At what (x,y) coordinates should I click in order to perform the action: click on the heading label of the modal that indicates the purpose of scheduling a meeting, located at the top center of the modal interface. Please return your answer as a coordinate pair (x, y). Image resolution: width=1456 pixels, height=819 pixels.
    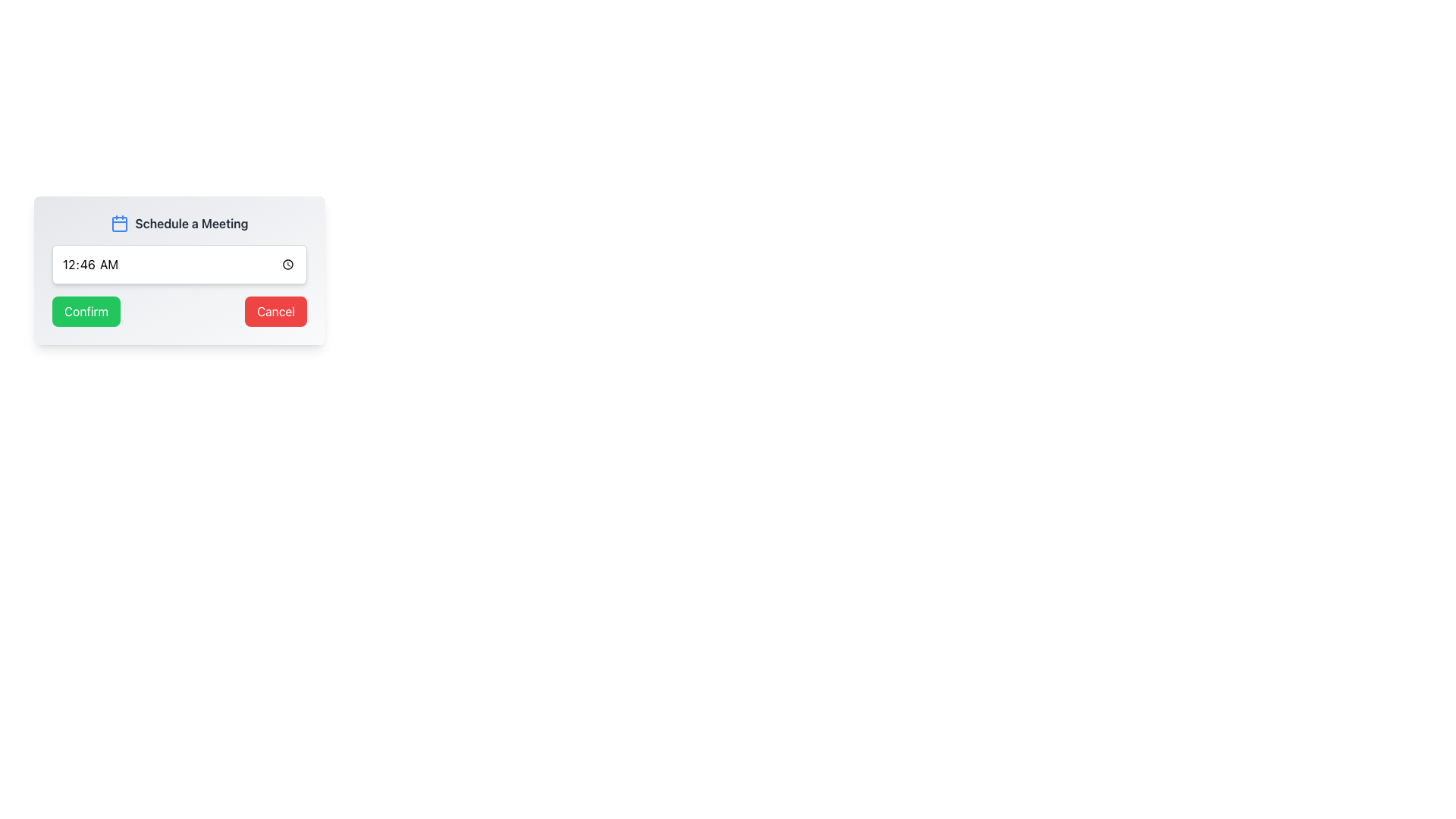
    Looking at the image, I should click on (179, 223).